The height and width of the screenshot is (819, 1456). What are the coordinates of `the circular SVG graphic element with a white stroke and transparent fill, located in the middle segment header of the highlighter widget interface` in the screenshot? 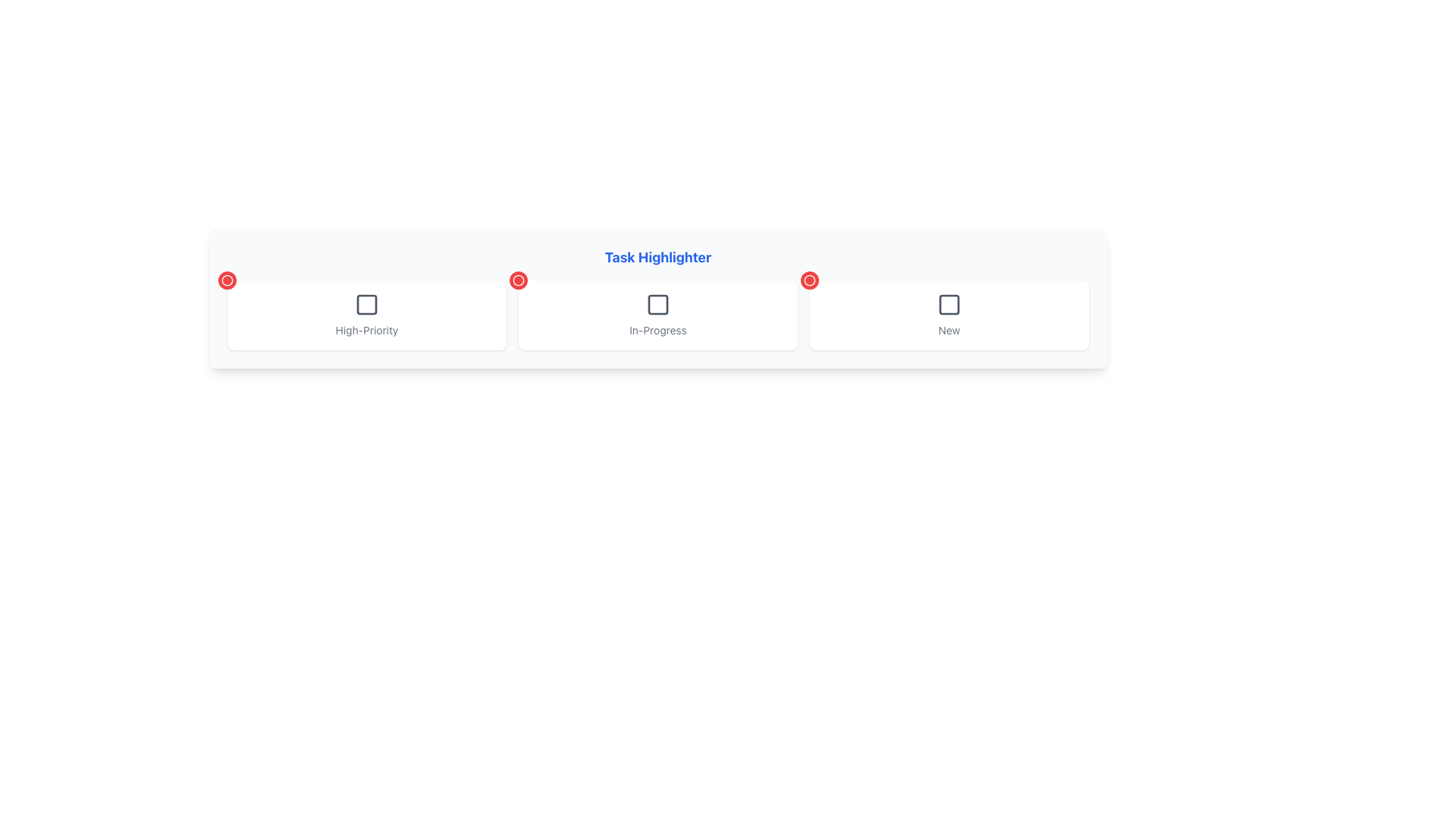 It's located at (809, 281).